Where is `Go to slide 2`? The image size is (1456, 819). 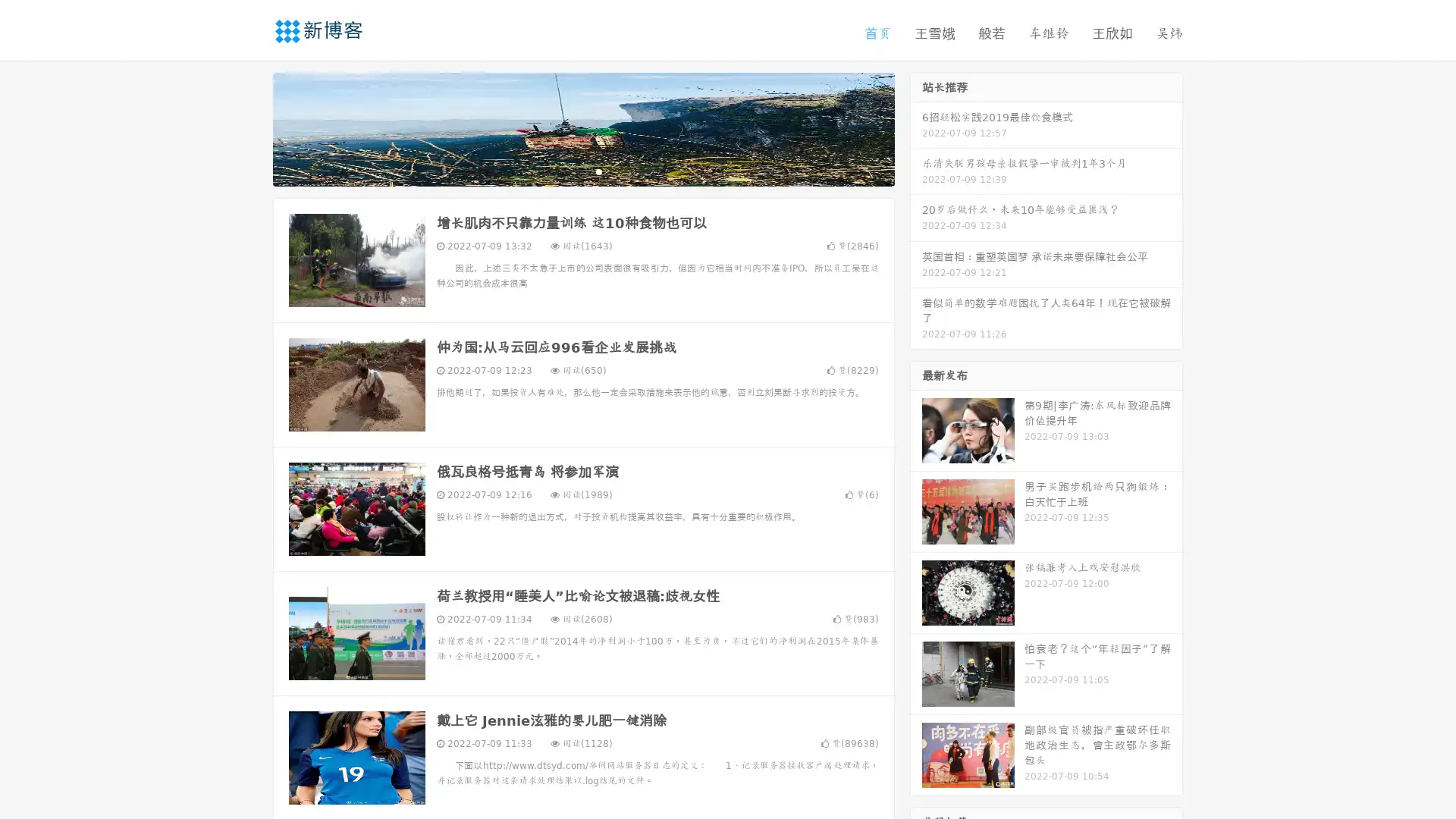 Go to slide 2 is located at coordinates (582, 171).